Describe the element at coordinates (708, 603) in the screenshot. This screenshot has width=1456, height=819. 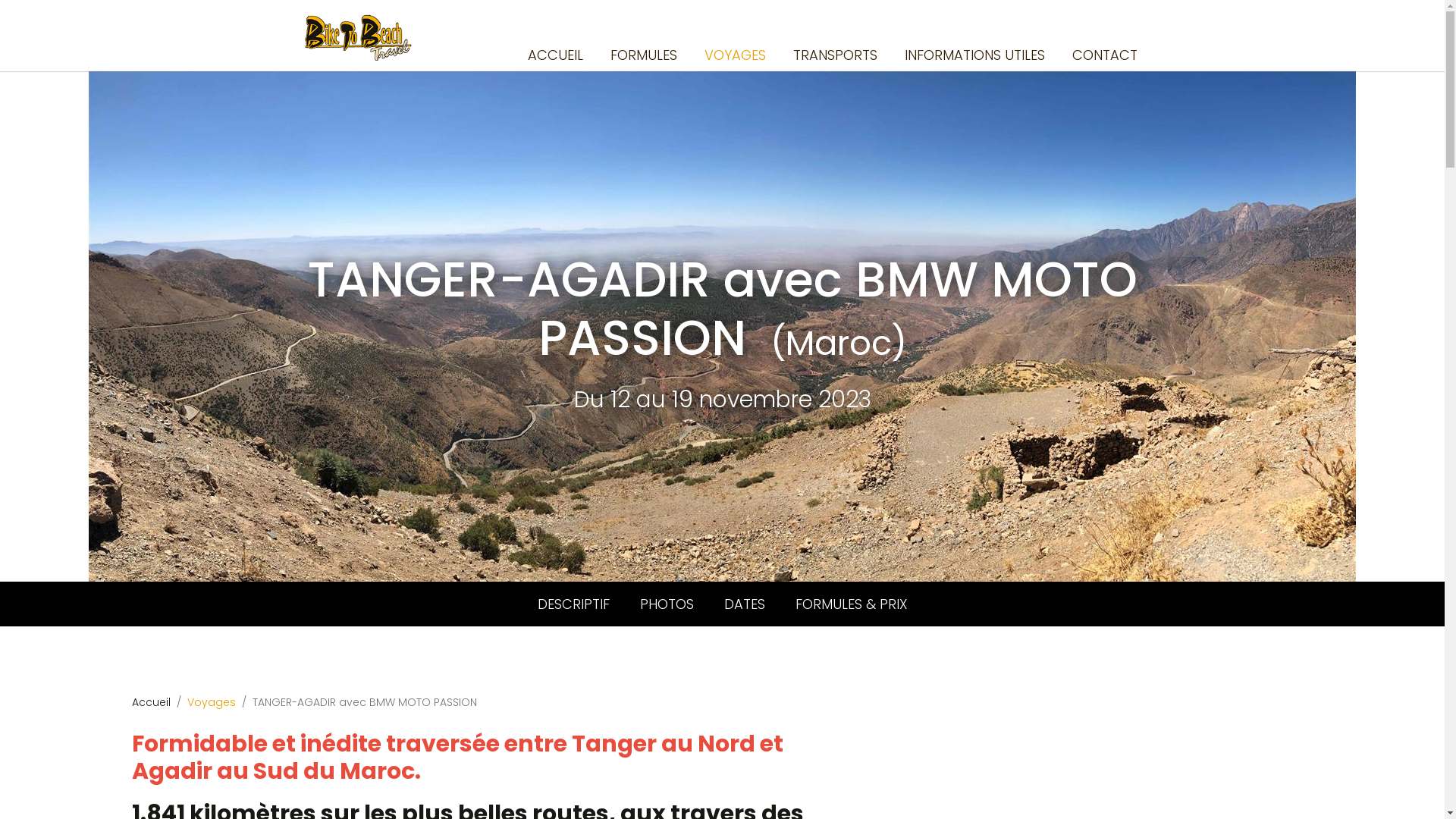
I see `'DATES'` at that location.